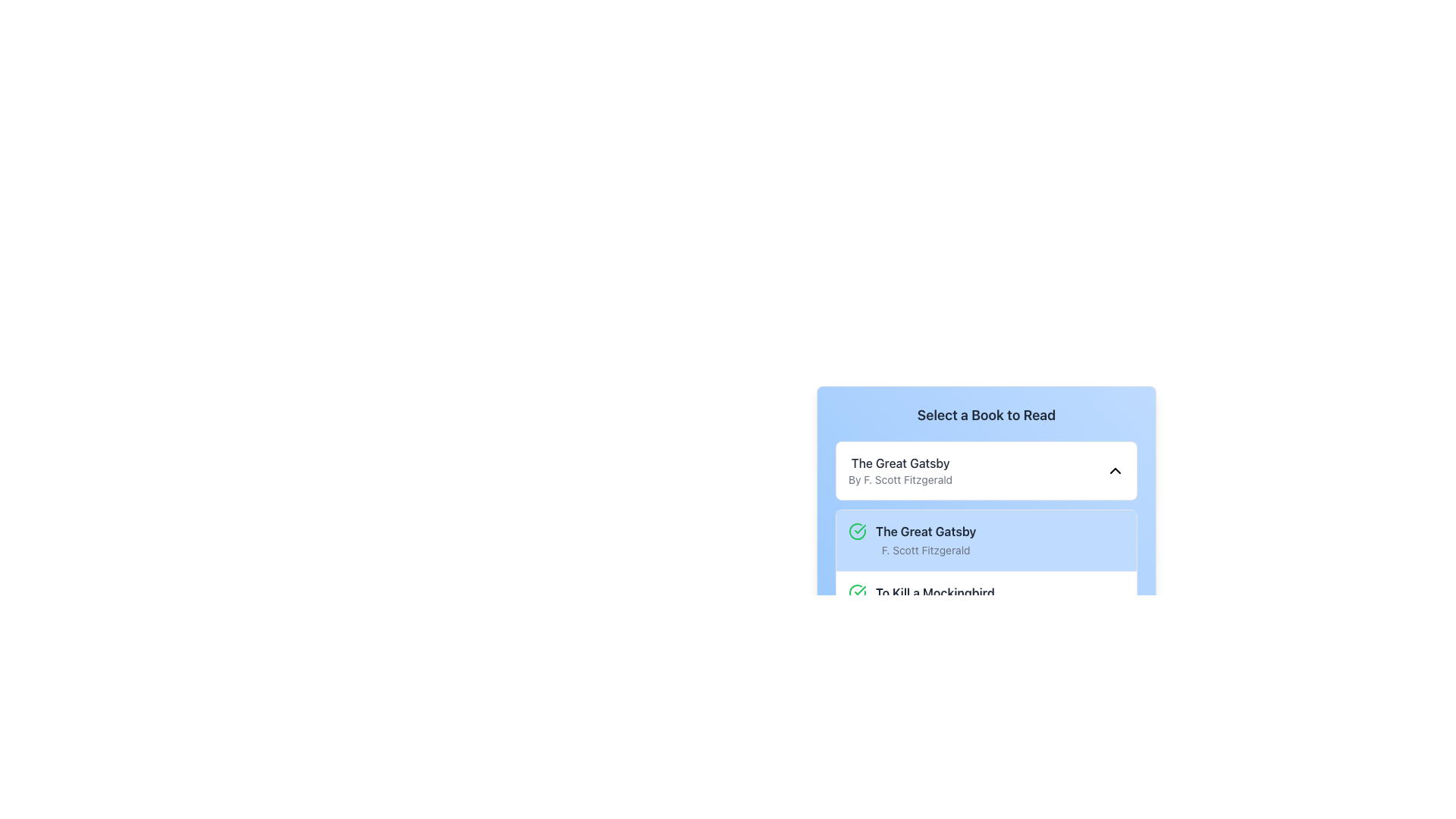  Describe the element at coordinates (858, 592) in the screenshot. I see `the Status Indicator (Icon) for 'To Kill a Mockingbird', a circular green icon with a check mark inside, indicating completed status` at that location.